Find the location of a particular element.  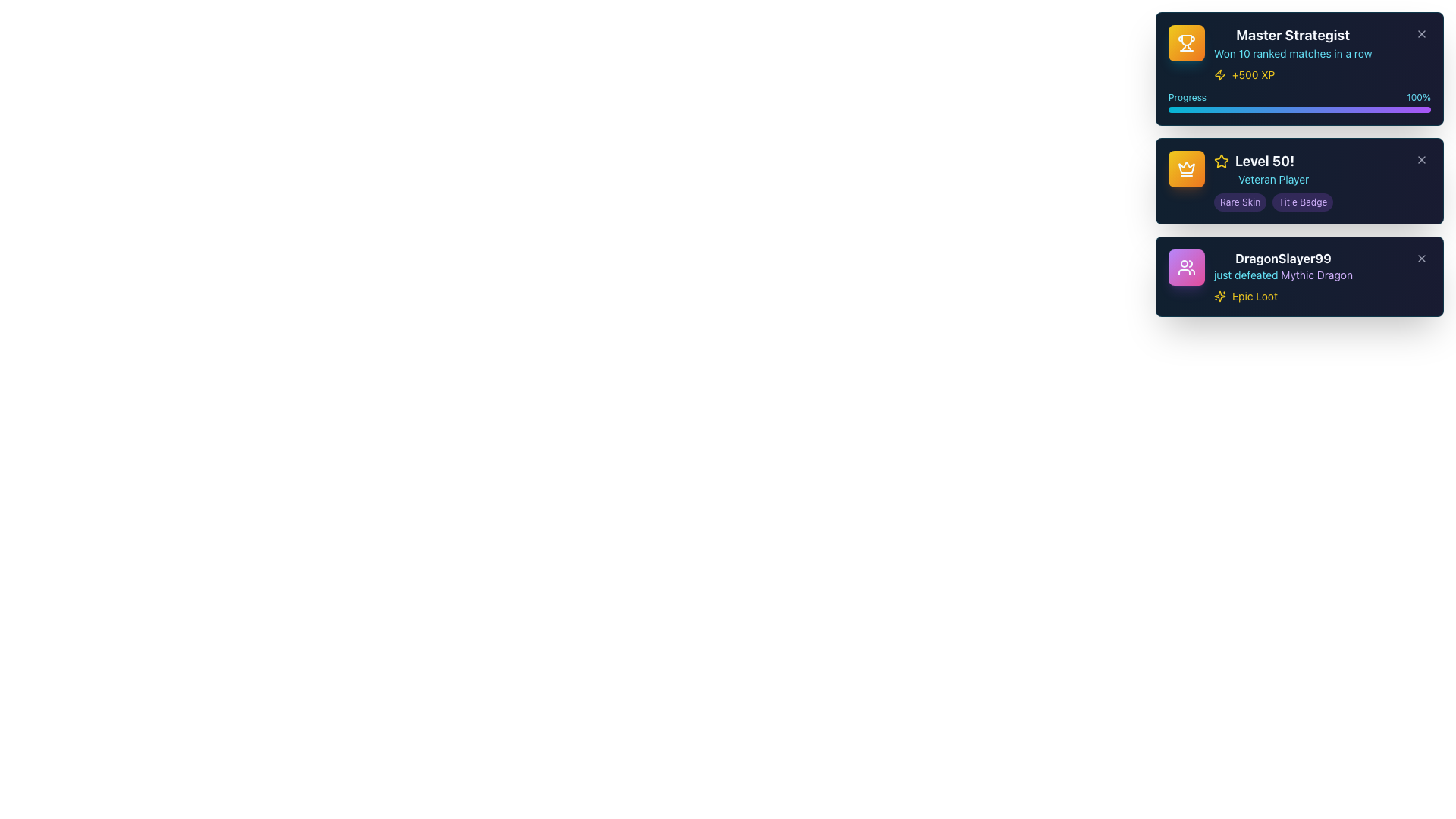

the text element displaying 'Mythic Dragon' styled in purple, located within the notification card under 'DragonSlayer99 just defeated' is located at coordinates (1316, 275).